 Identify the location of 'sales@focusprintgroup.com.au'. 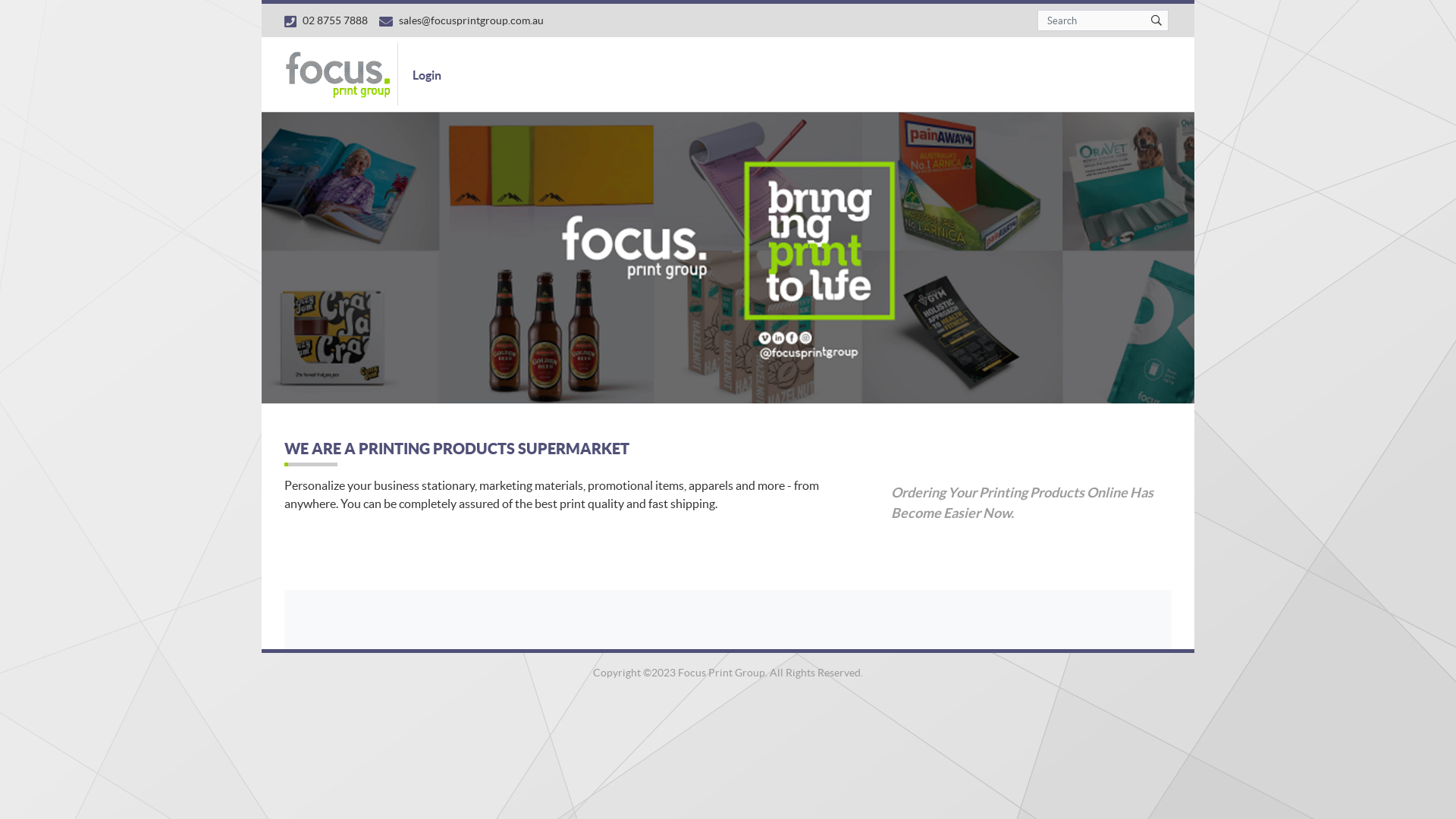
(378, 20).